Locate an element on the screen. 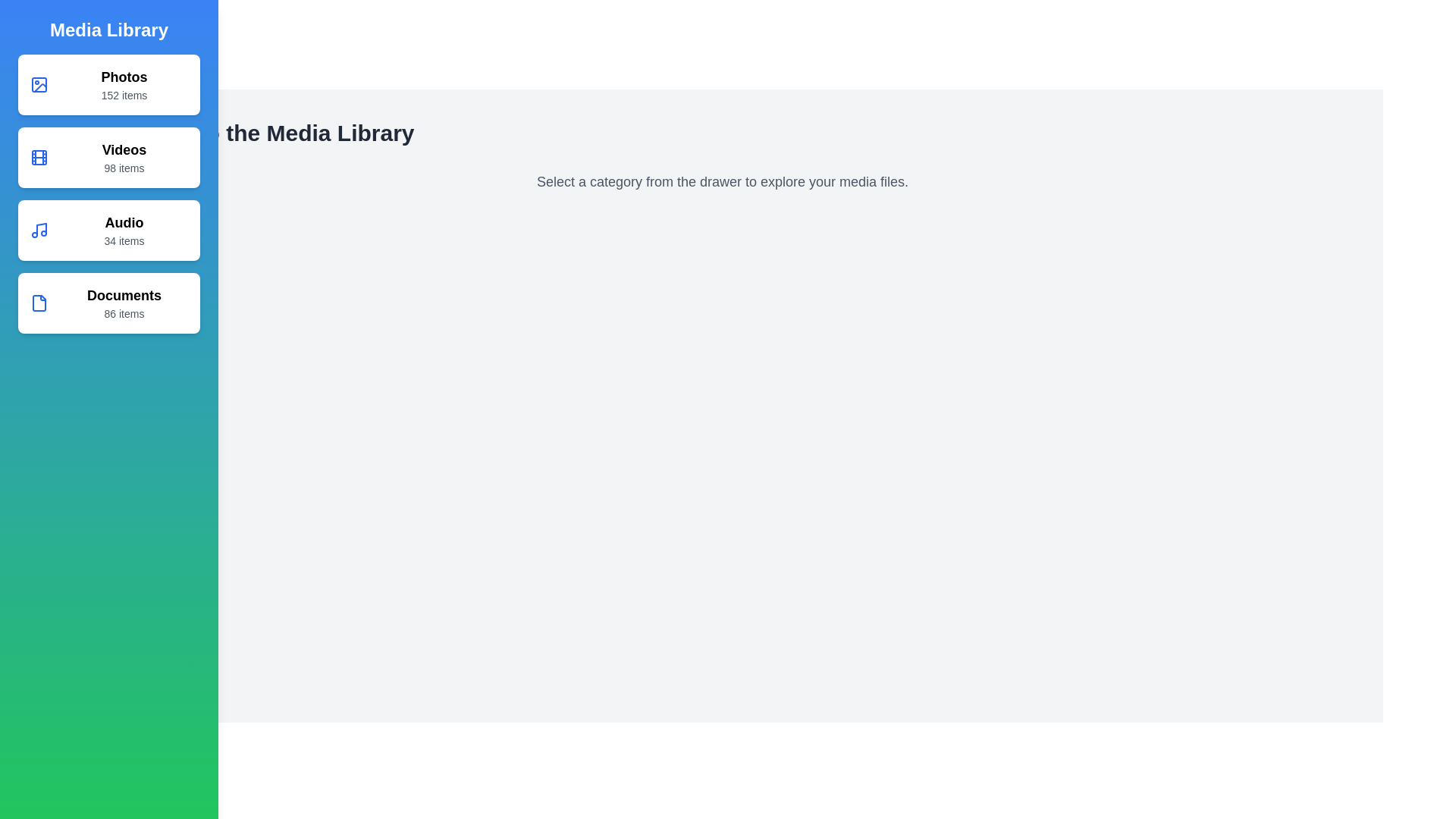 Image resolution: width=1456 pixels, height=819 pixels. the media category Photos to observe its hover effect is located at coordinates (108, 84).